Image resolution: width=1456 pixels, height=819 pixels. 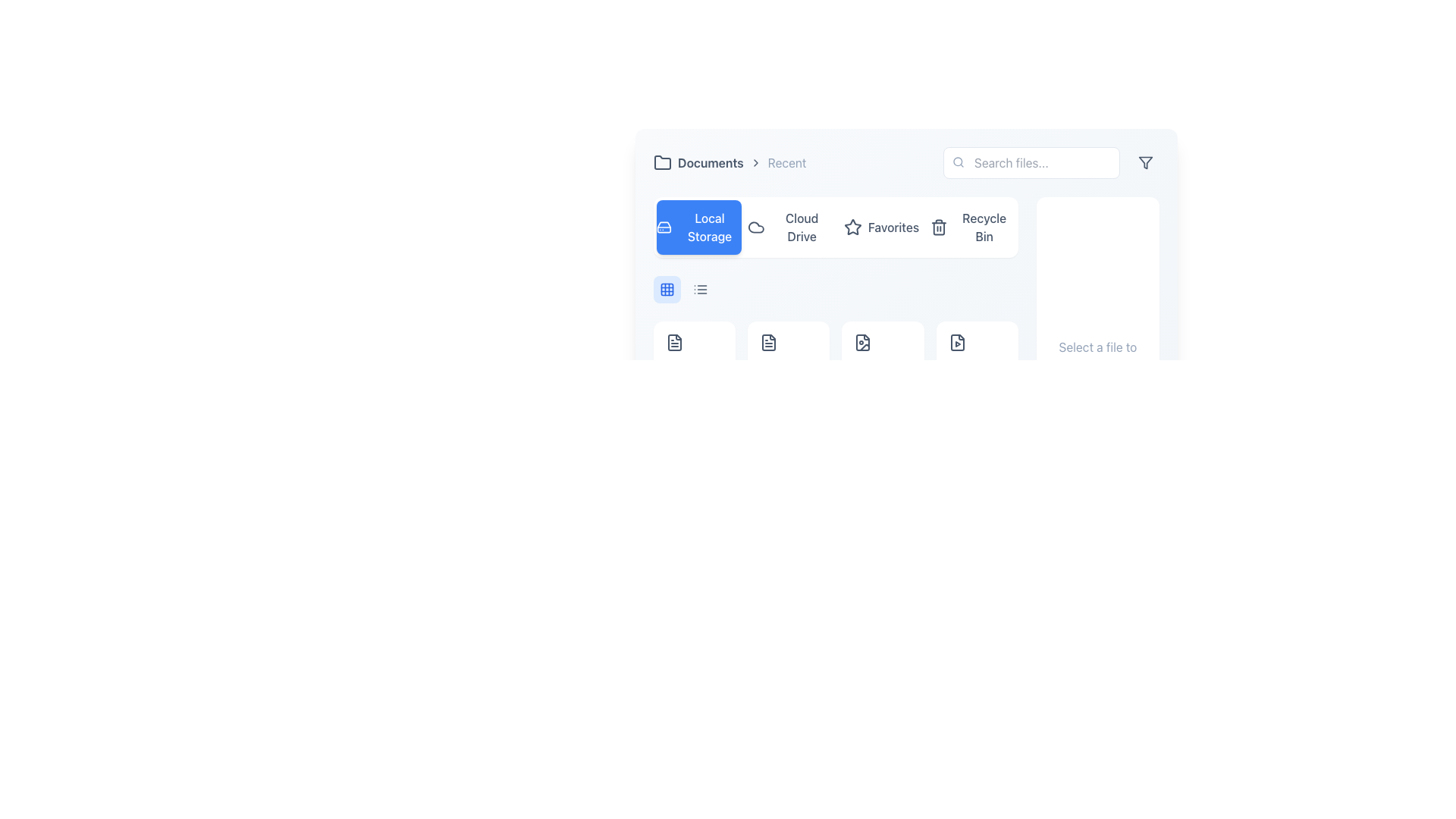 I want to click on the toolbar containing action buttons for changing display modes, located below the navigation bar and above the grid of file icons, so click(x=835, y=289).